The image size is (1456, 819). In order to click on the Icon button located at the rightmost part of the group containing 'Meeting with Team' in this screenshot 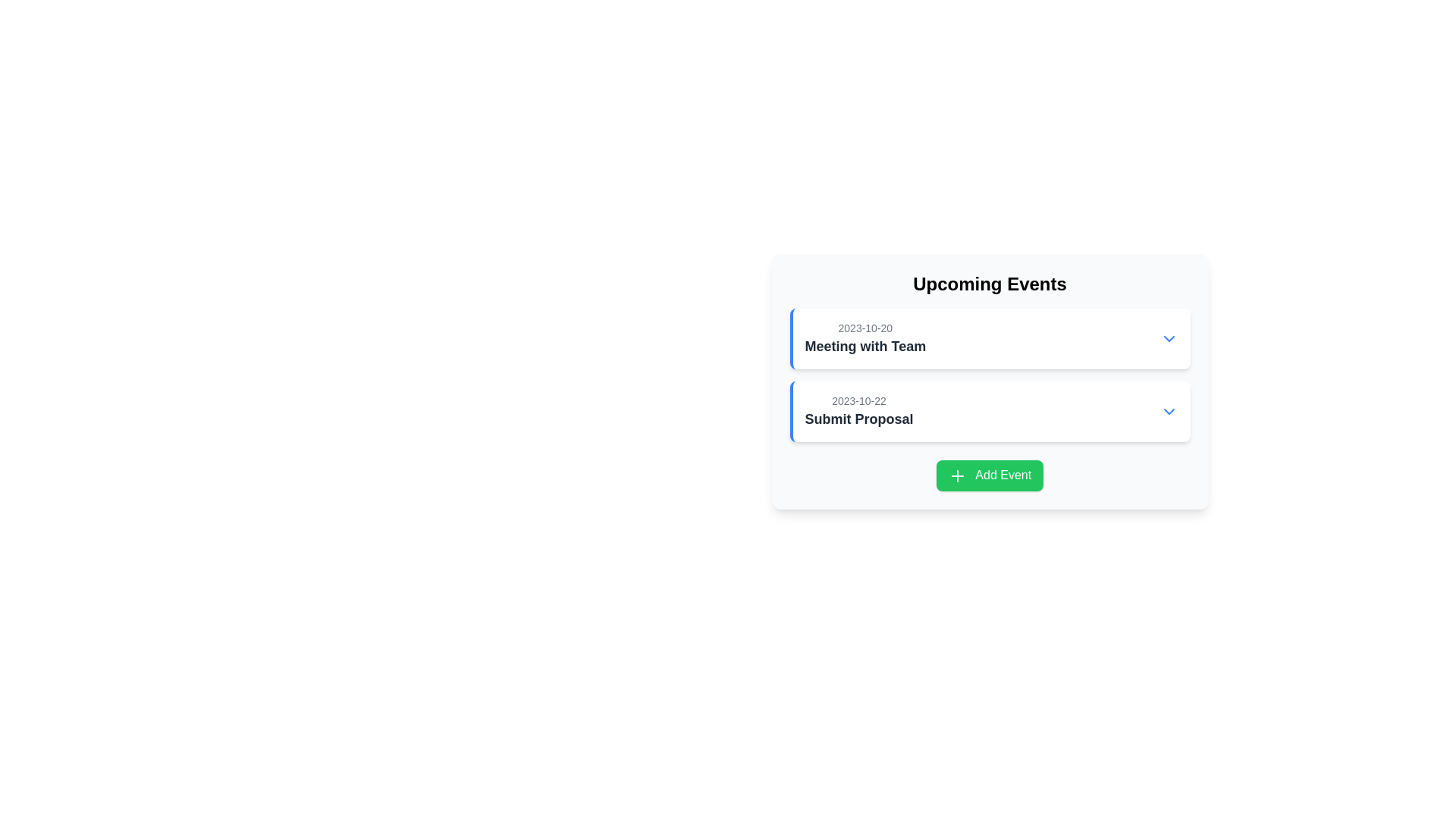, I will do `click(1168, 338)`.